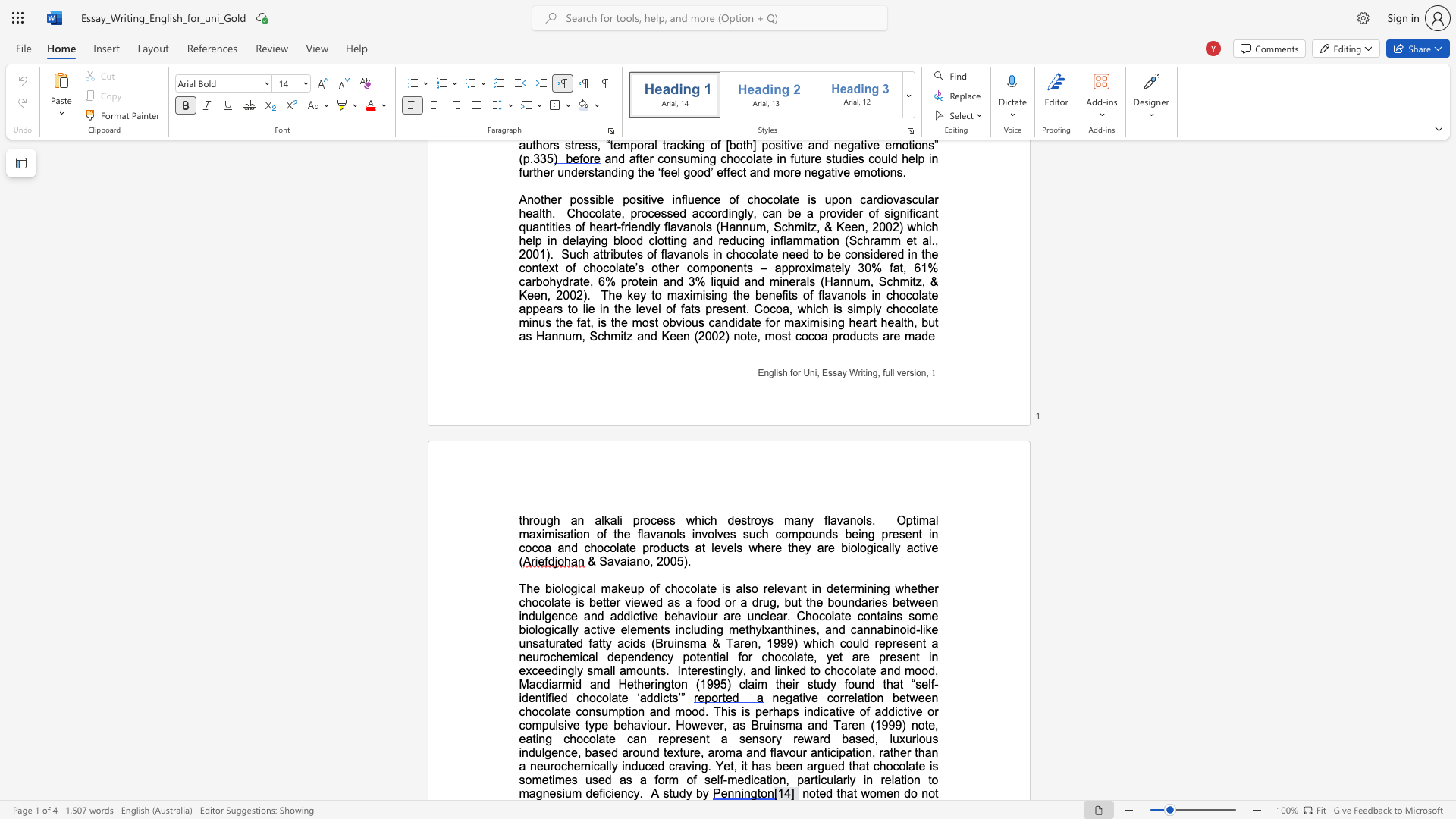 This screenshot has width=1456, height=819. Describe the element at coordinates (716, 780) in the screenshot. I see `the subset text "lf-medication, particular" within the text "and flavour anticipation, rather than a neurochemically induced craving. Yet, it has been argued that chocolate is sometimes used as a form of self-medication, particularly in relation to magnesium deficiency"` at that location.